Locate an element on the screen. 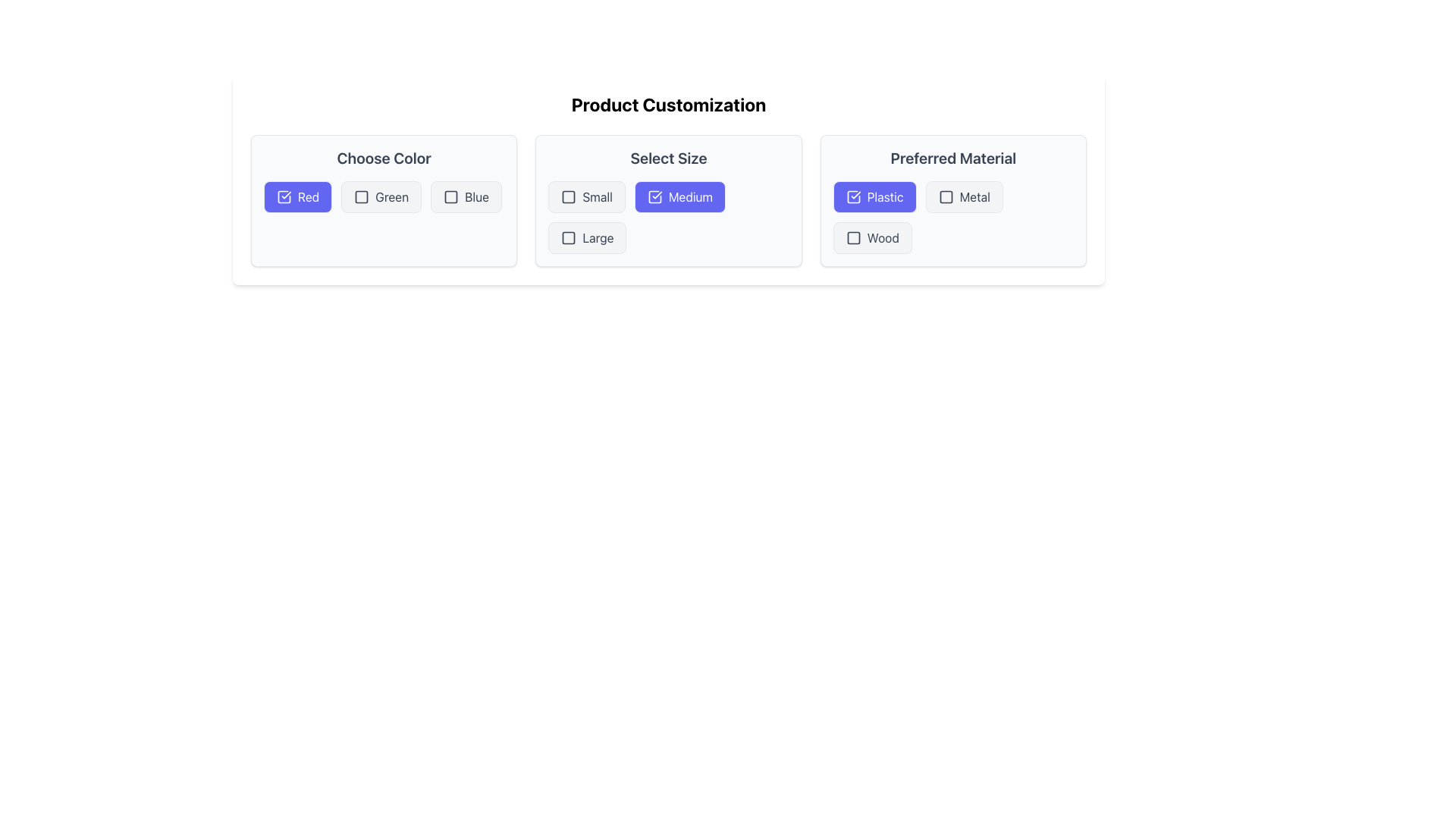 This screenshot has height=819, width=1456. text label displaying 'Large', which is located next to a checkbox in the 'Select Size' group at the bottom left corner of the central panel is located at coordinates (597, 237).